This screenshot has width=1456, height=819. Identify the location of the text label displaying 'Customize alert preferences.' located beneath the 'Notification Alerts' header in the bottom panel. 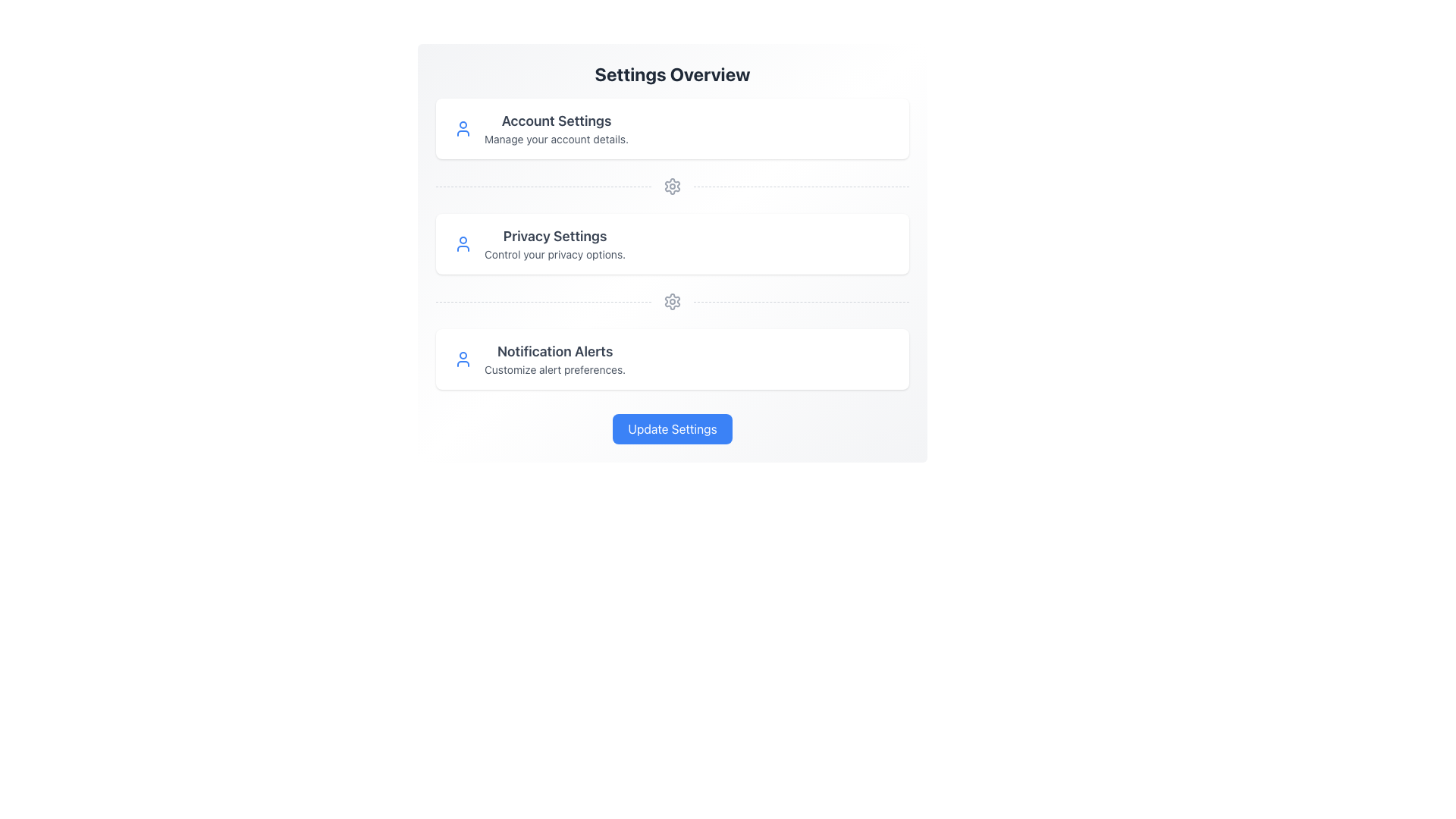
(554, 370).